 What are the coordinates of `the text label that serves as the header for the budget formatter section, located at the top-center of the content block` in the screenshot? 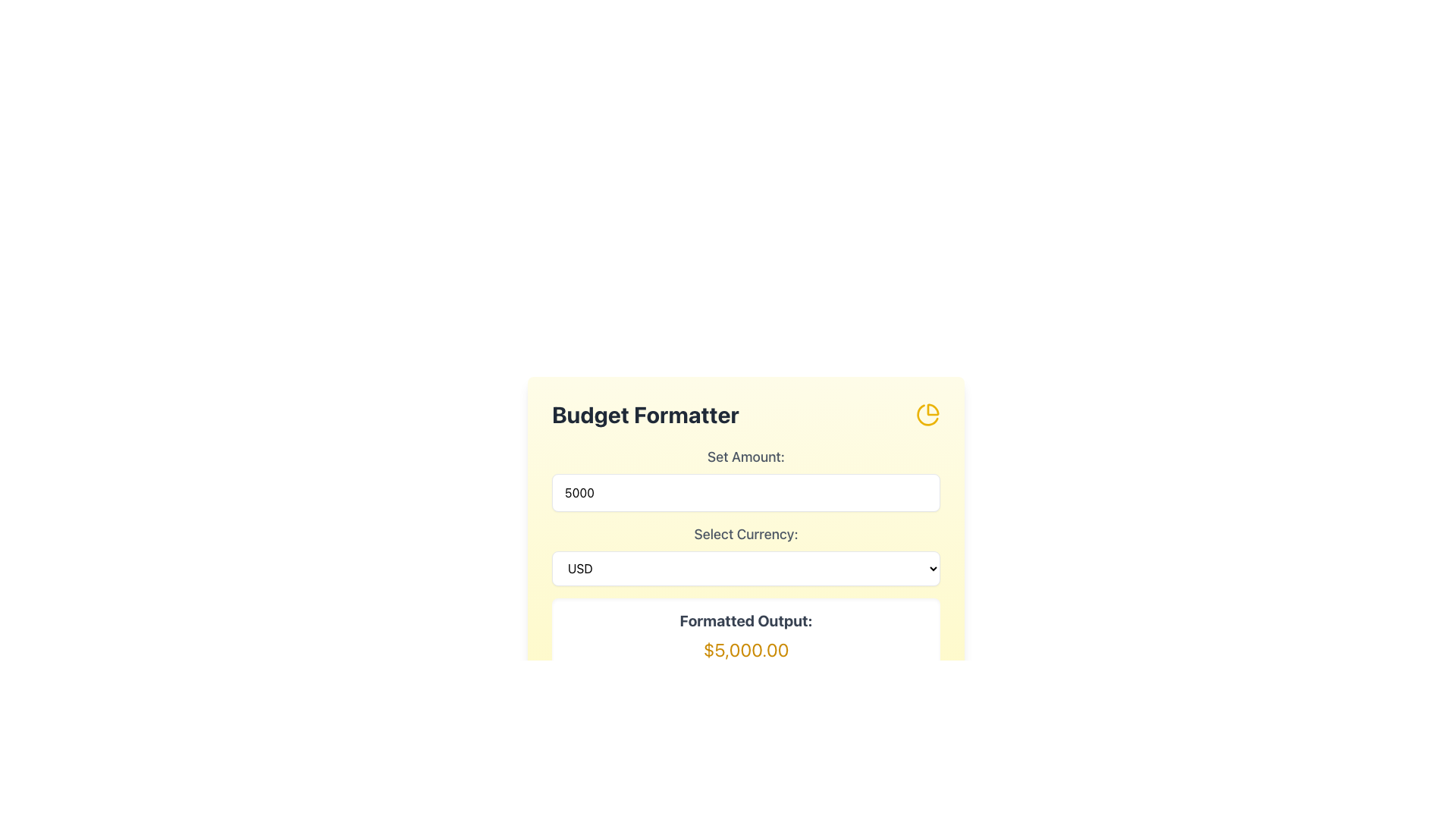 It's located at (645, 415).